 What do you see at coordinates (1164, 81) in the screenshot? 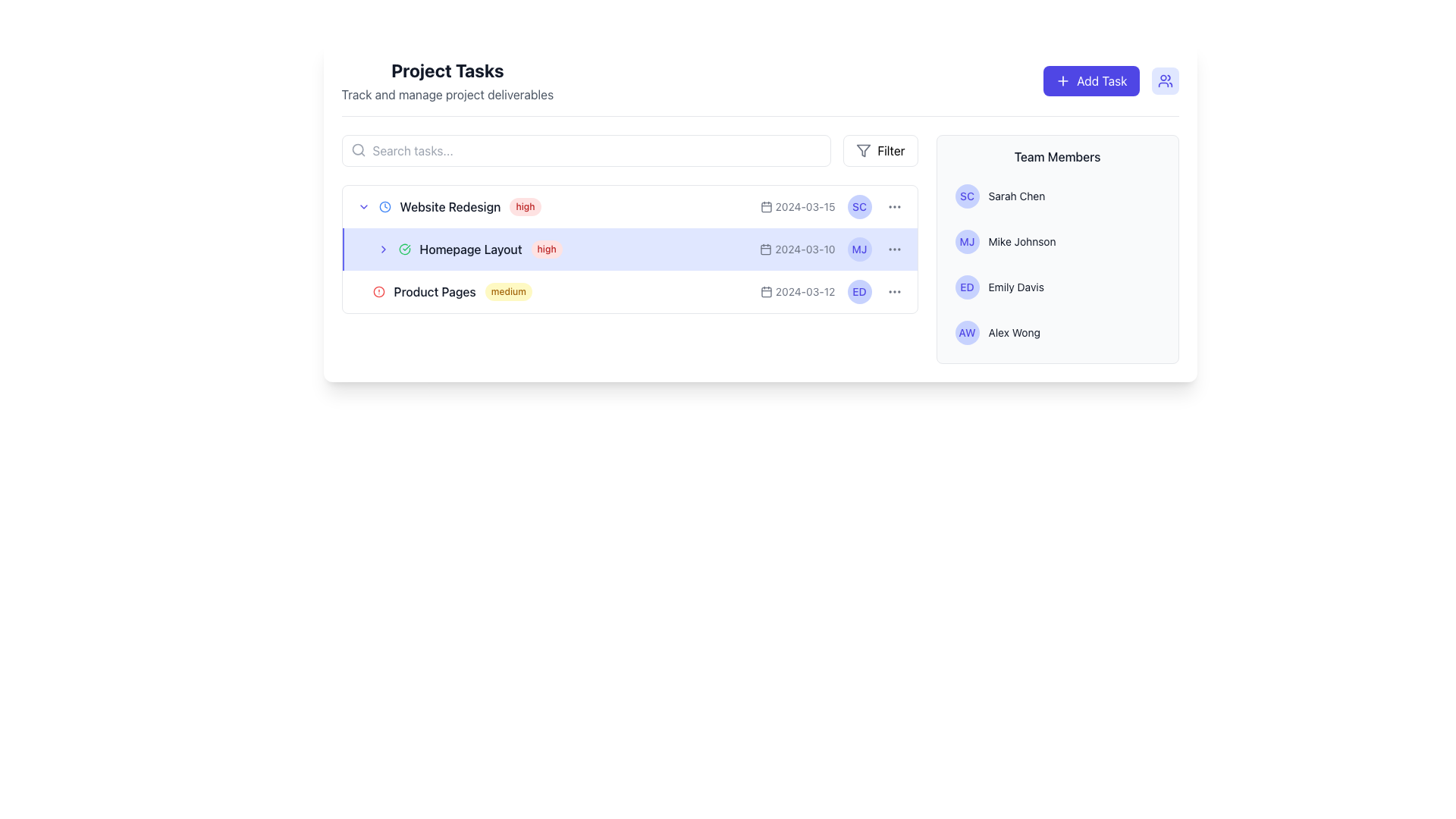
I see `the rounded rectangular button with a pale indigo background and a darker indigo group icon, located to the right of the 'Add Task' button in the top-right corner of the interface, to trigger tooltip or visual feedback` at bounding box center [1164, 81].